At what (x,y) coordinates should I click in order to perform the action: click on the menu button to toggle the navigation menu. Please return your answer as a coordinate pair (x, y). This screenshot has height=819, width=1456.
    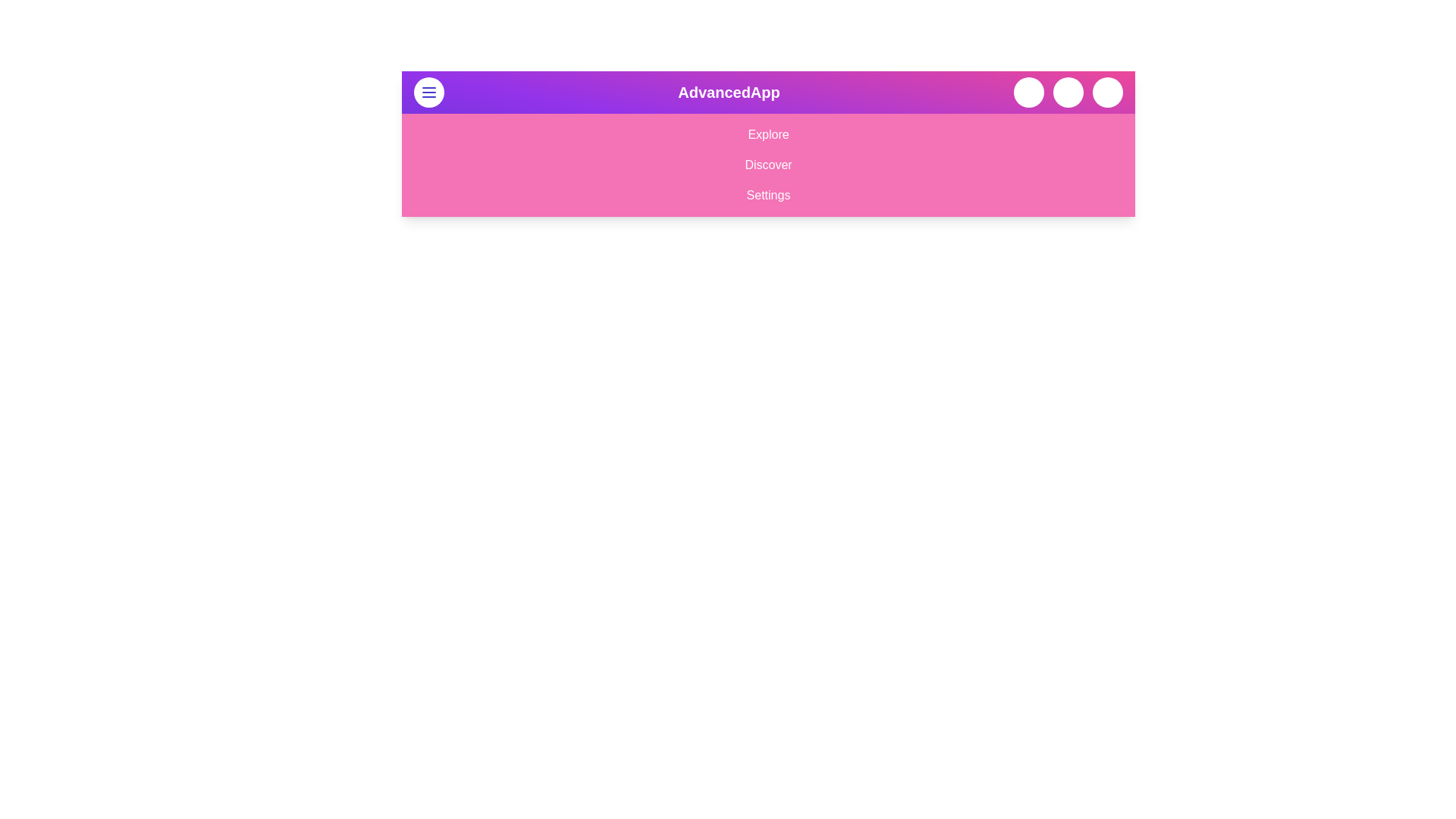
    Looking at the image, I should click on (428, 93).